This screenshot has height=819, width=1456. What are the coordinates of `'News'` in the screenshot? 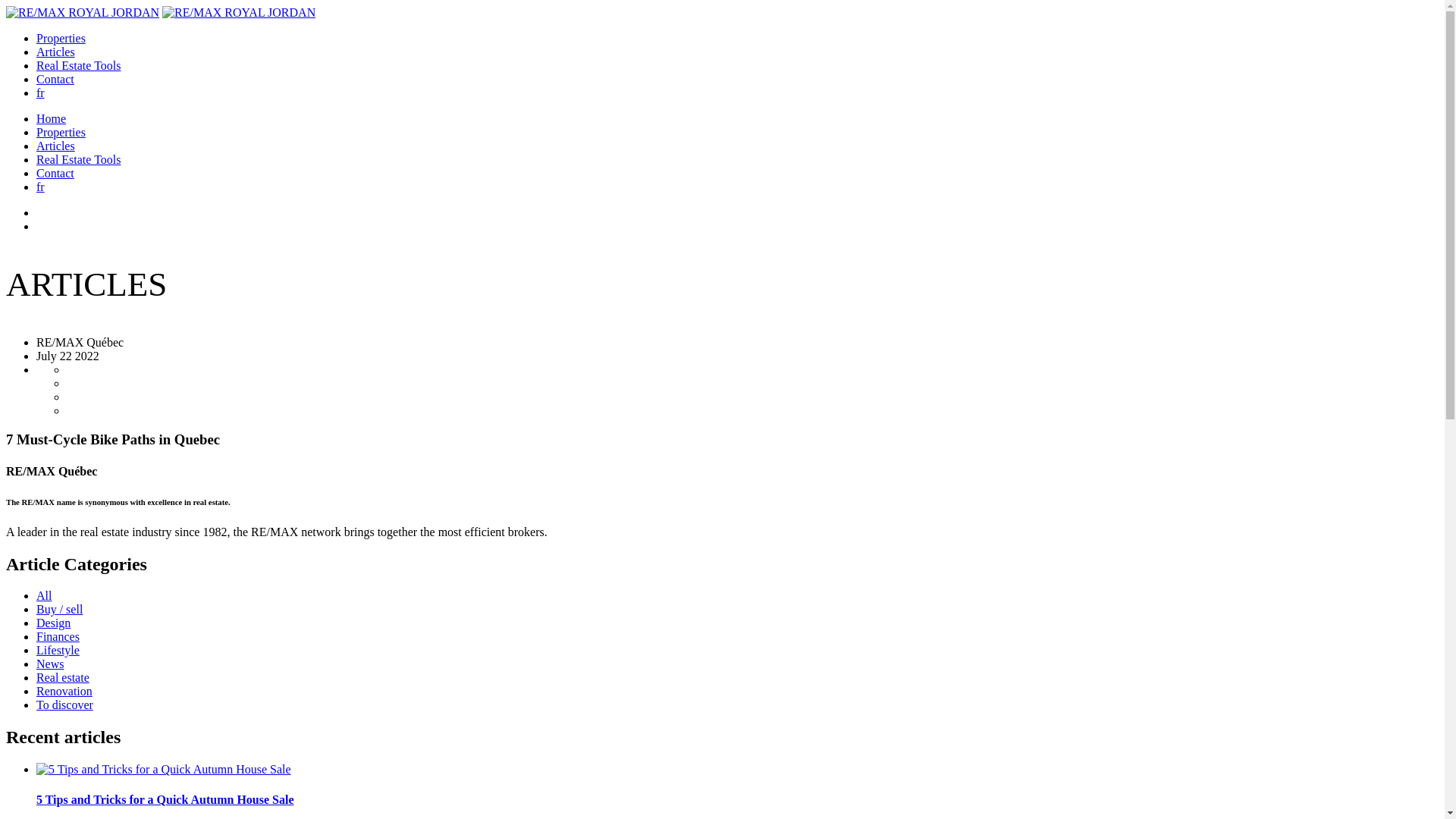 It's located at (36, 663).